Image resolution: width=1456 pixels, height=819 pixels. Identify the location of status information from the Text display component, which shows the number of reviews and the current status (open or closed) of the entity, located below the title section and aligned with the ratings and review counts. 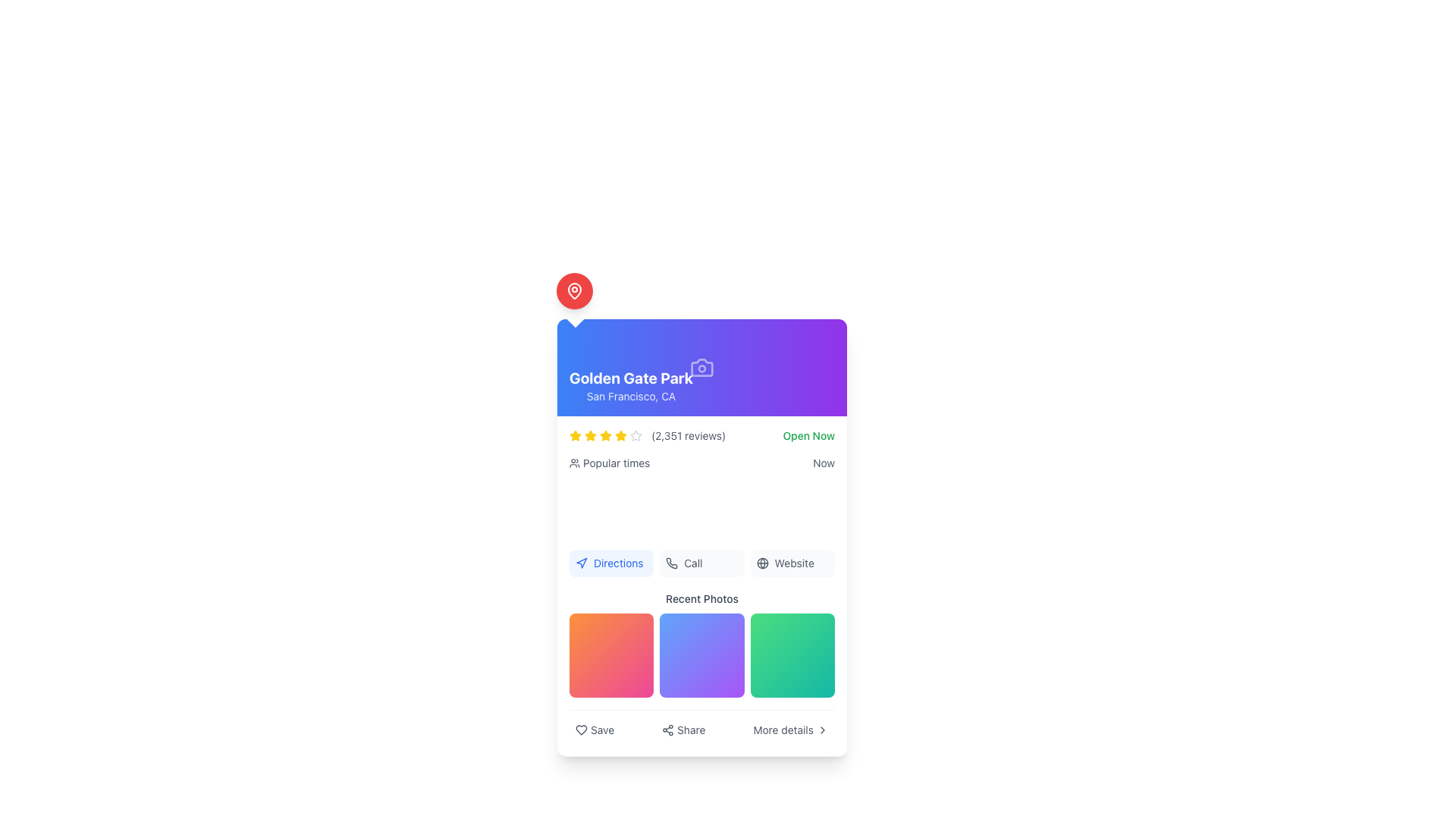
(701, 435).